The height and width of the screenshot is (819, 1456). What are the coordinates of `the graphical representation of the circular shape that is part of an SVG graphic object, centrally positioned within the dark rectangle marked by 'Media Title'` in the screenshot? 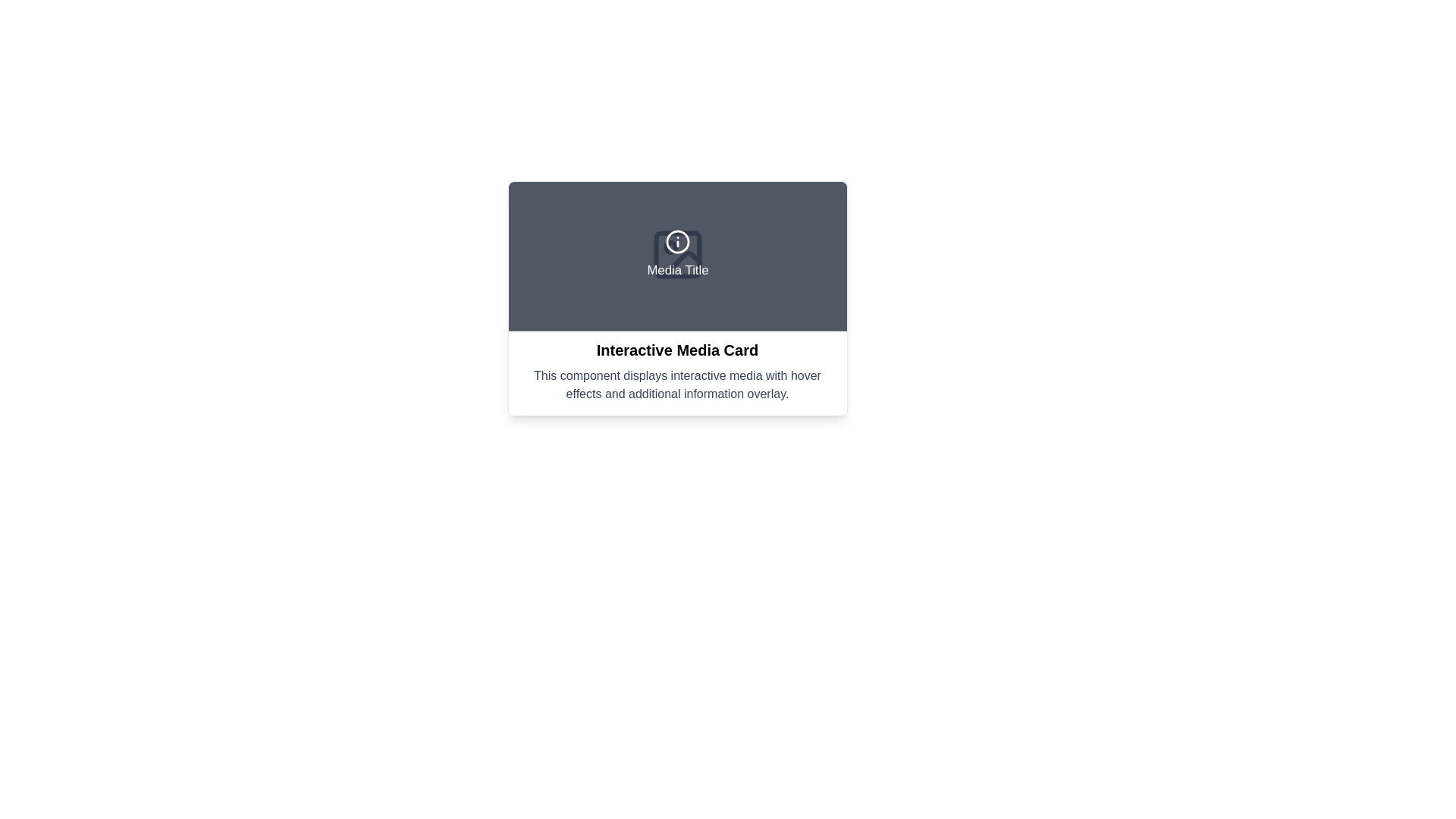 It's located at (676, 241).